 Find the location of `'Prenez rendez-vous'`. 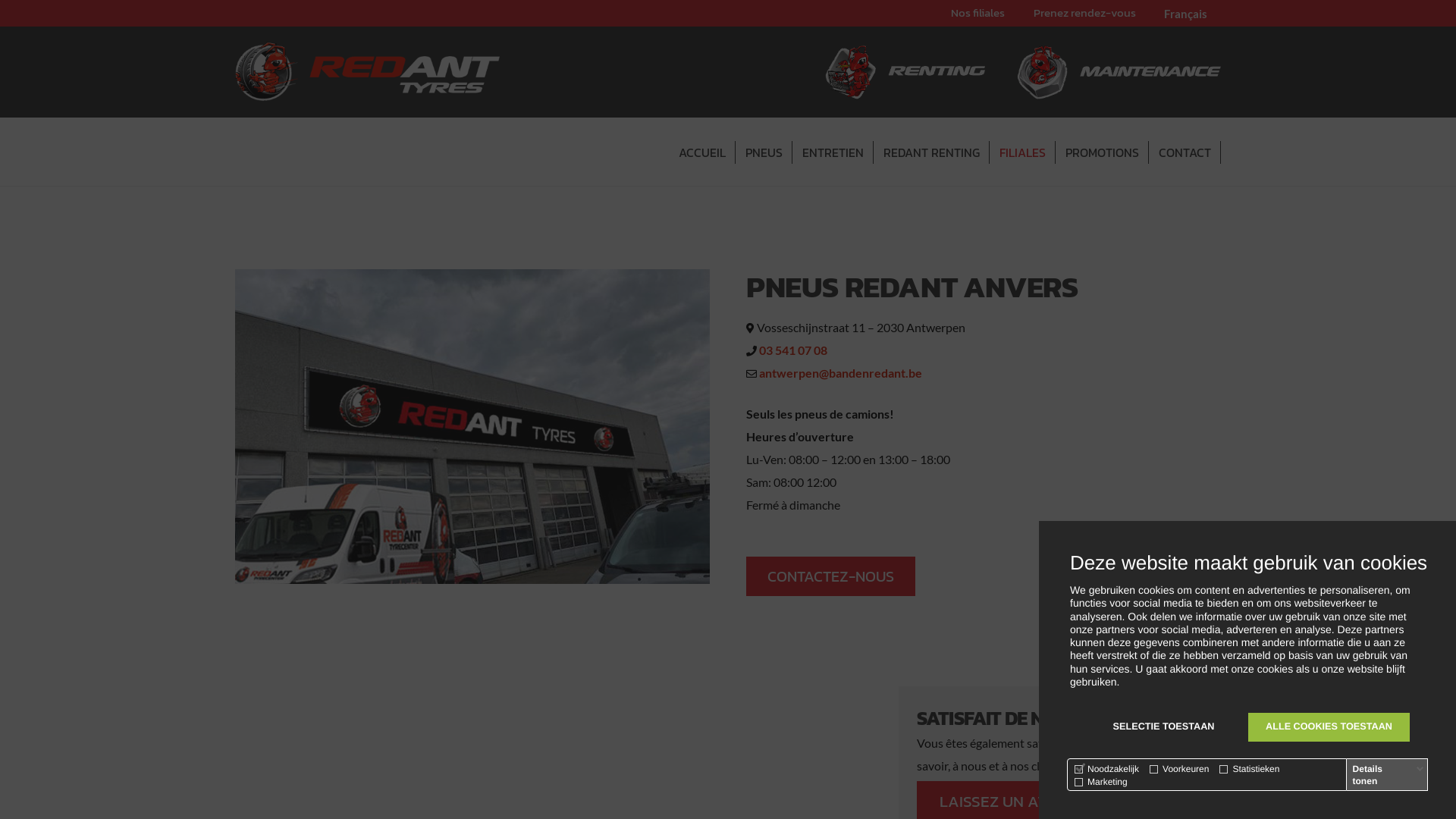

'Prenez rendez-vous' is located at coordinates (1084, 12).